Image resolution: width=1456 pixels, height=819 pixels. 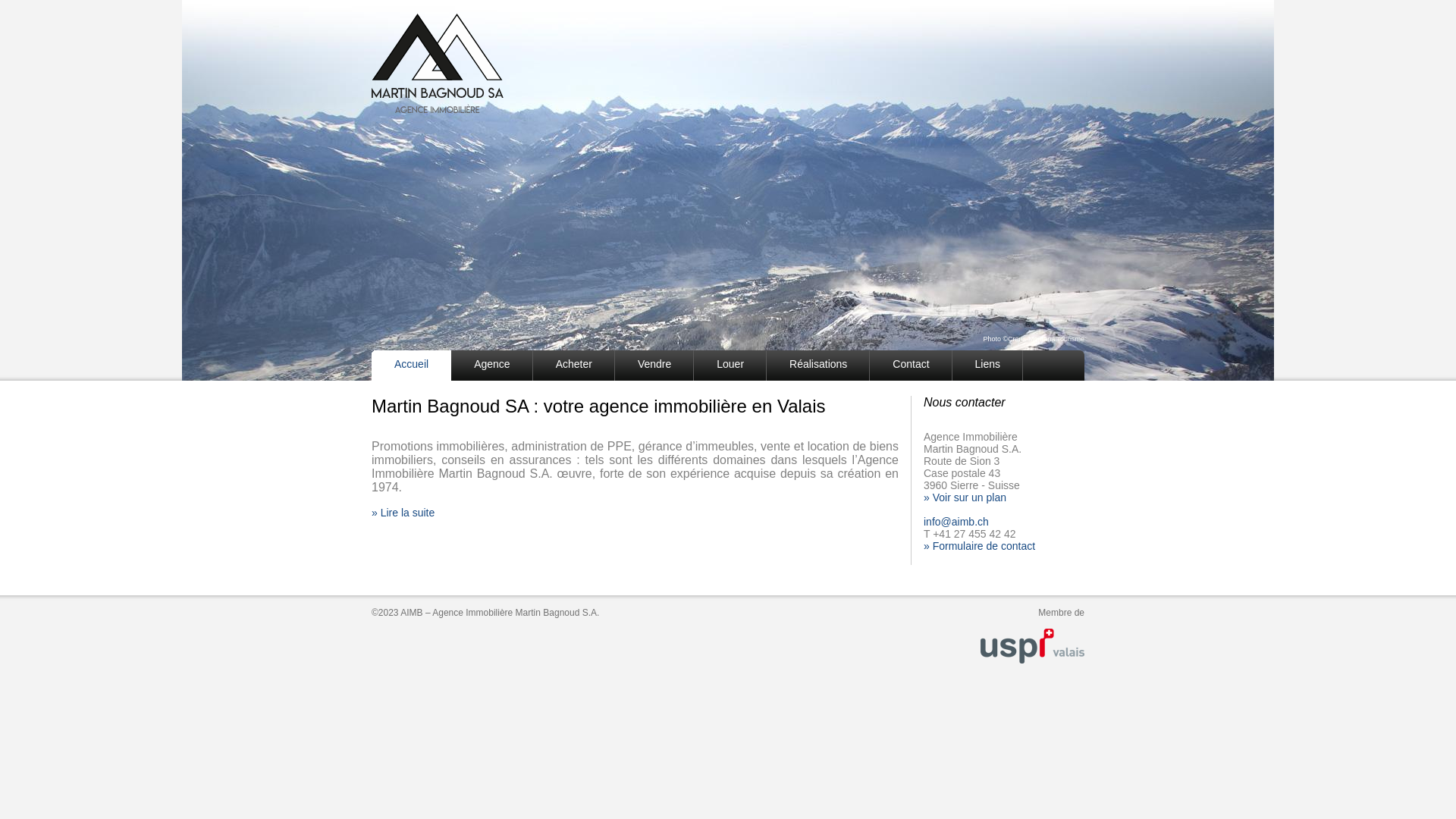 I want to click on 'Agence', so click(x=491, y=366).